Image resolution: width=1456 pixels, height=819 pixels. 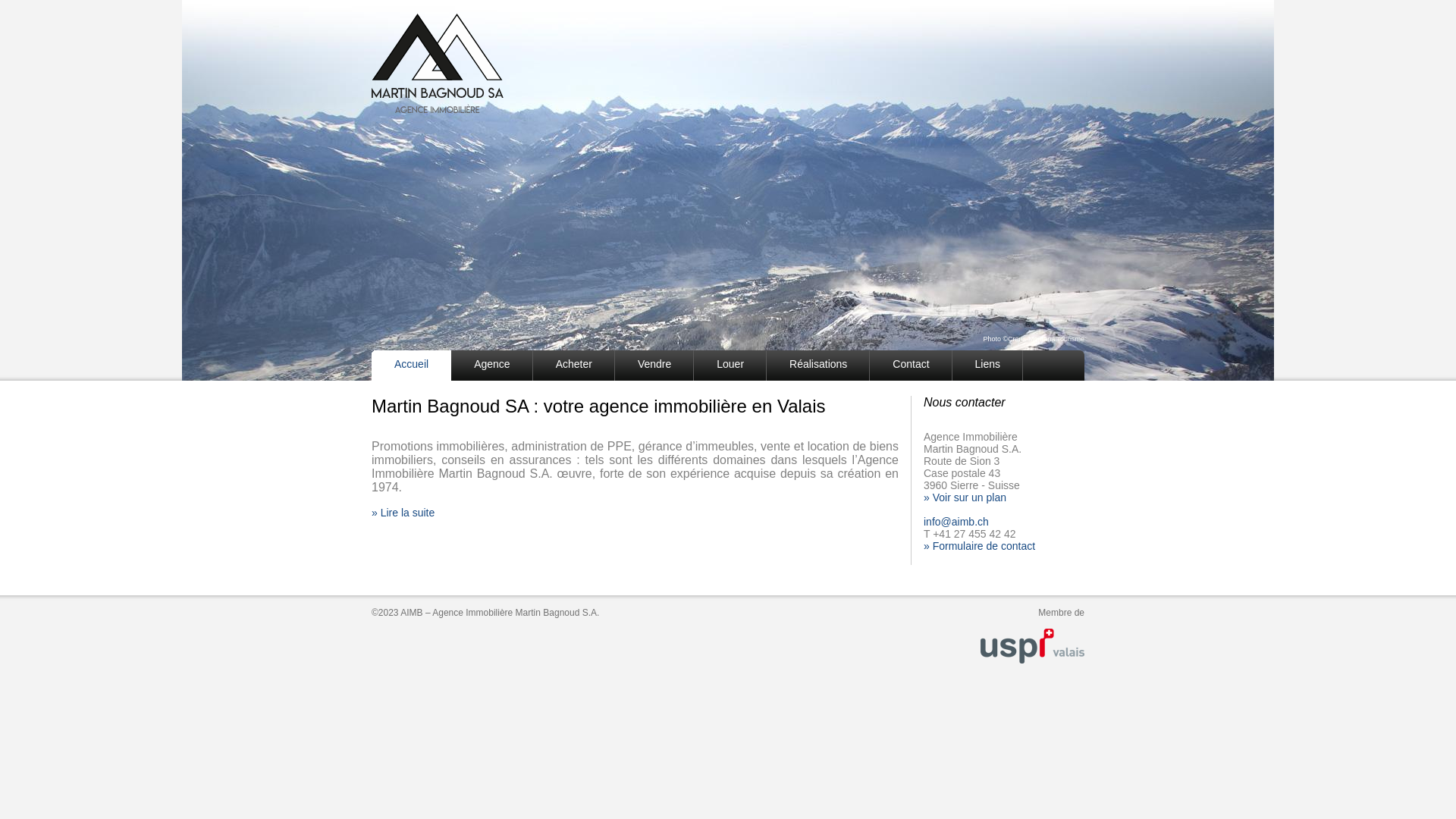 I want to click on 'Agence', so click(x=491, y=366).